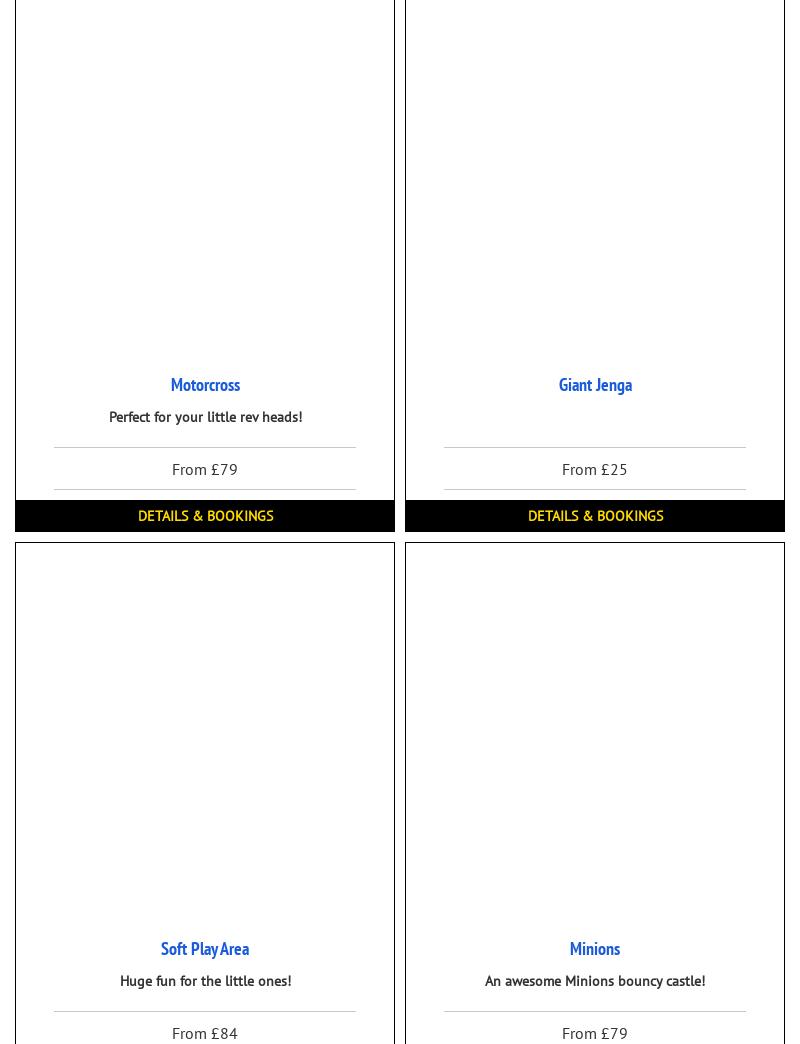  I want to click on 'Minions', so click(569, 947).